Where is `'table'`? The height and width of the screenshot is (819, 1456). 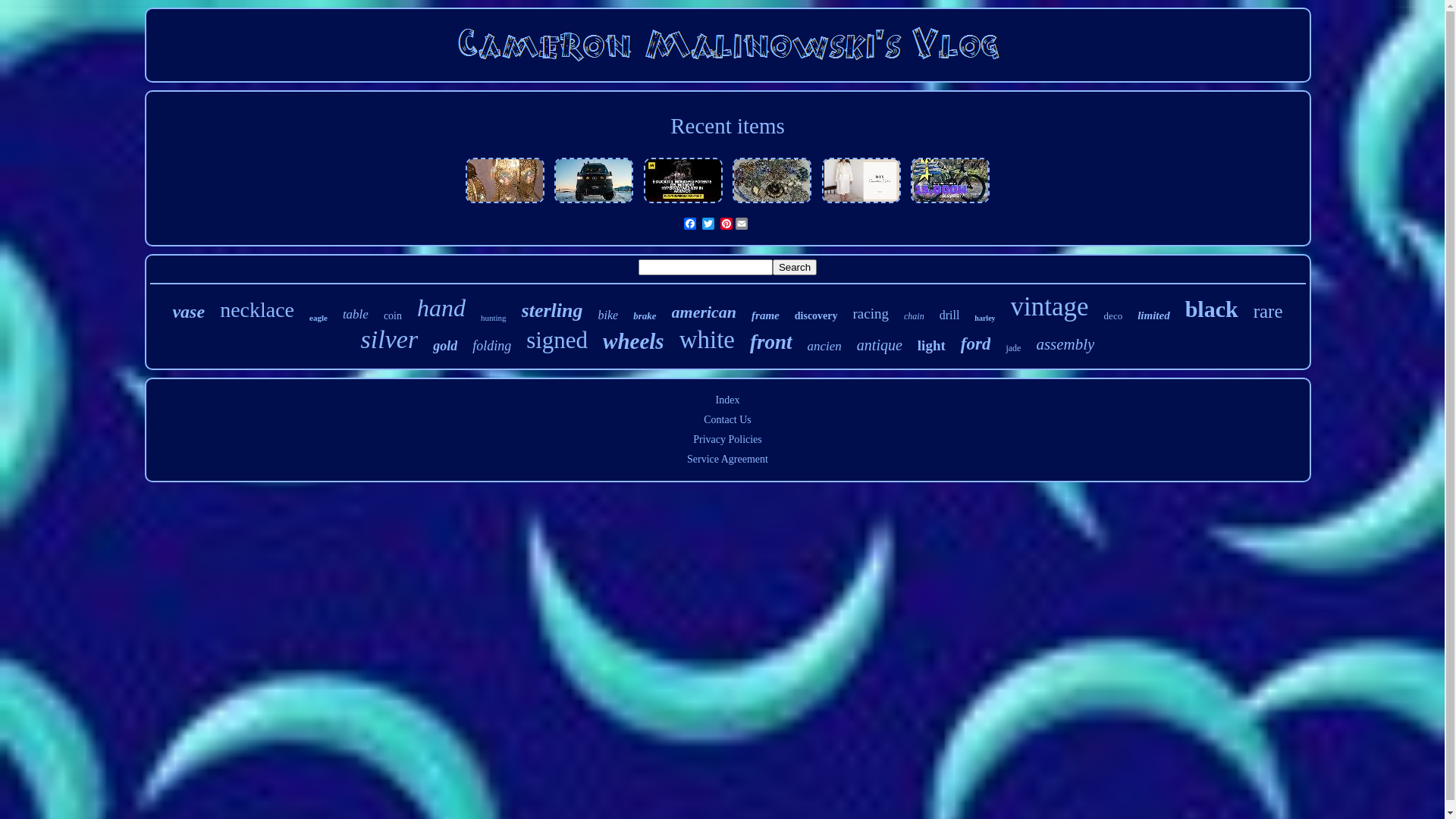 'table' is located at coordinates (341, 314).